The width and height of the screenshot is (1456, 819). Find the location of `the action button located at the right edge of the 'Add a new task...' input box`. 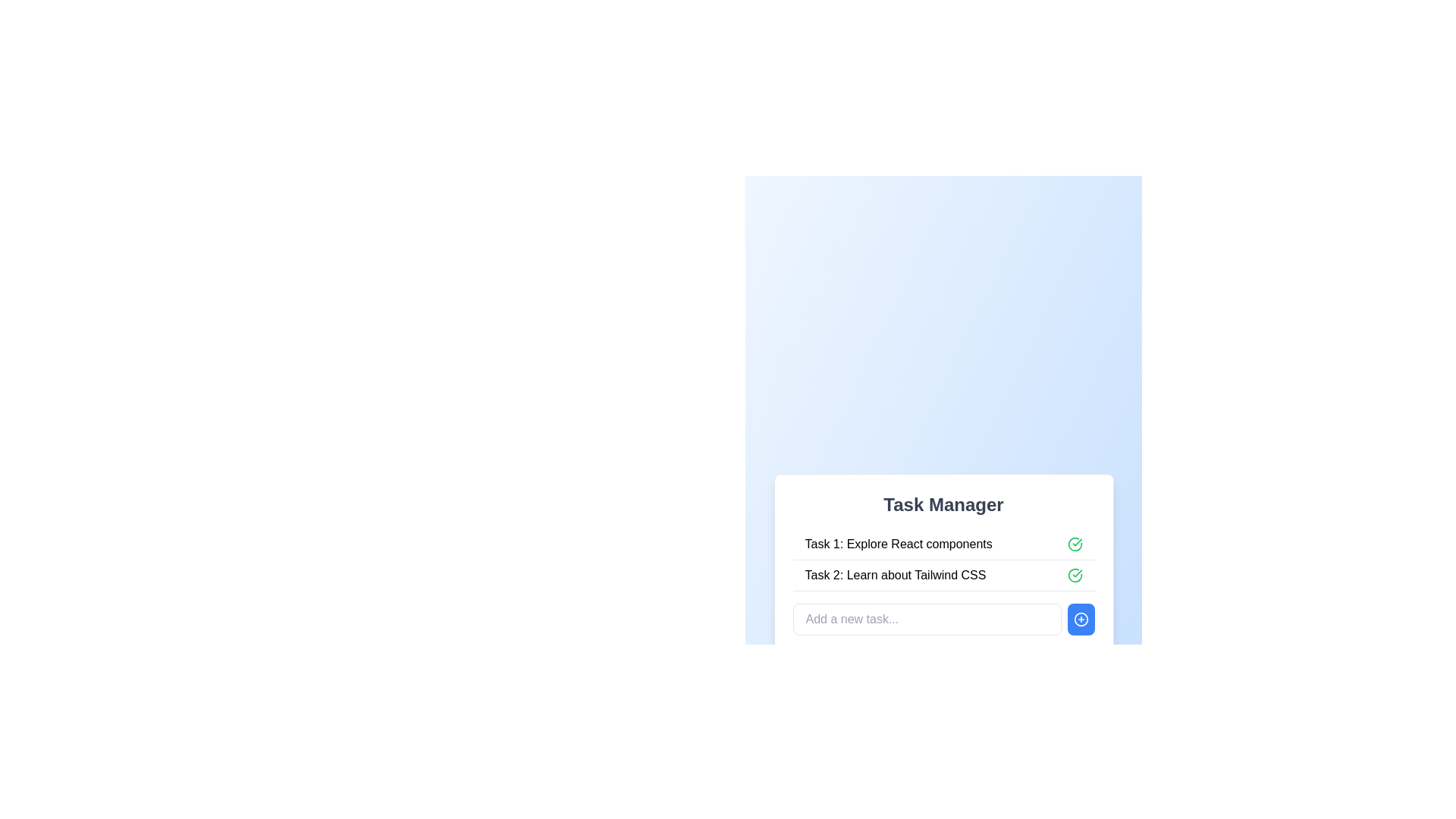

the action button located at the right edge of the 'Add a new task...' input box is located at coordinates (1080, 620).